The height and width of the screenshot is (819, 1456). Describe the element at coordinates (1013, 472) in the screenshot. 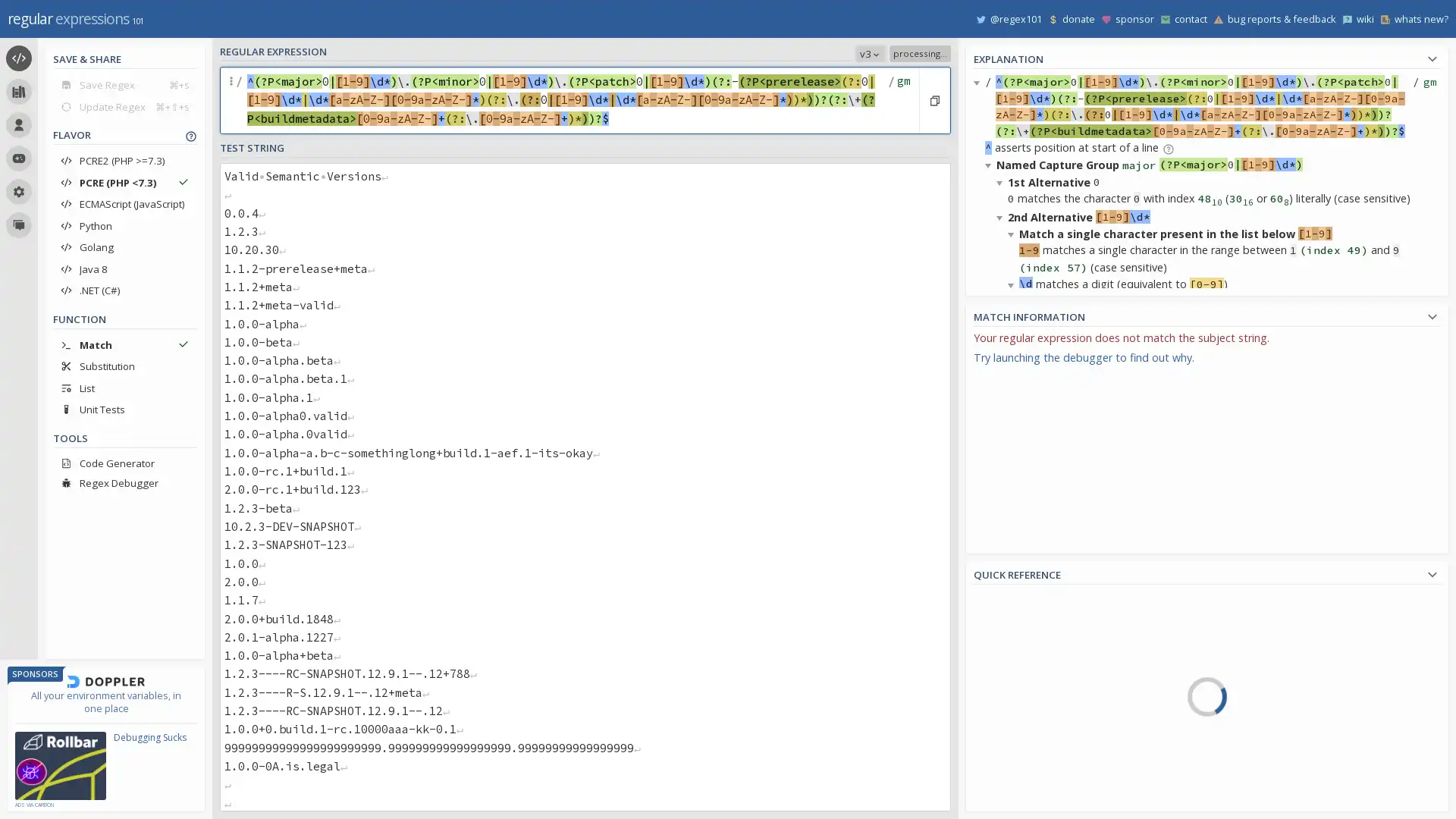

I see `Collapse Subtree` at that location.